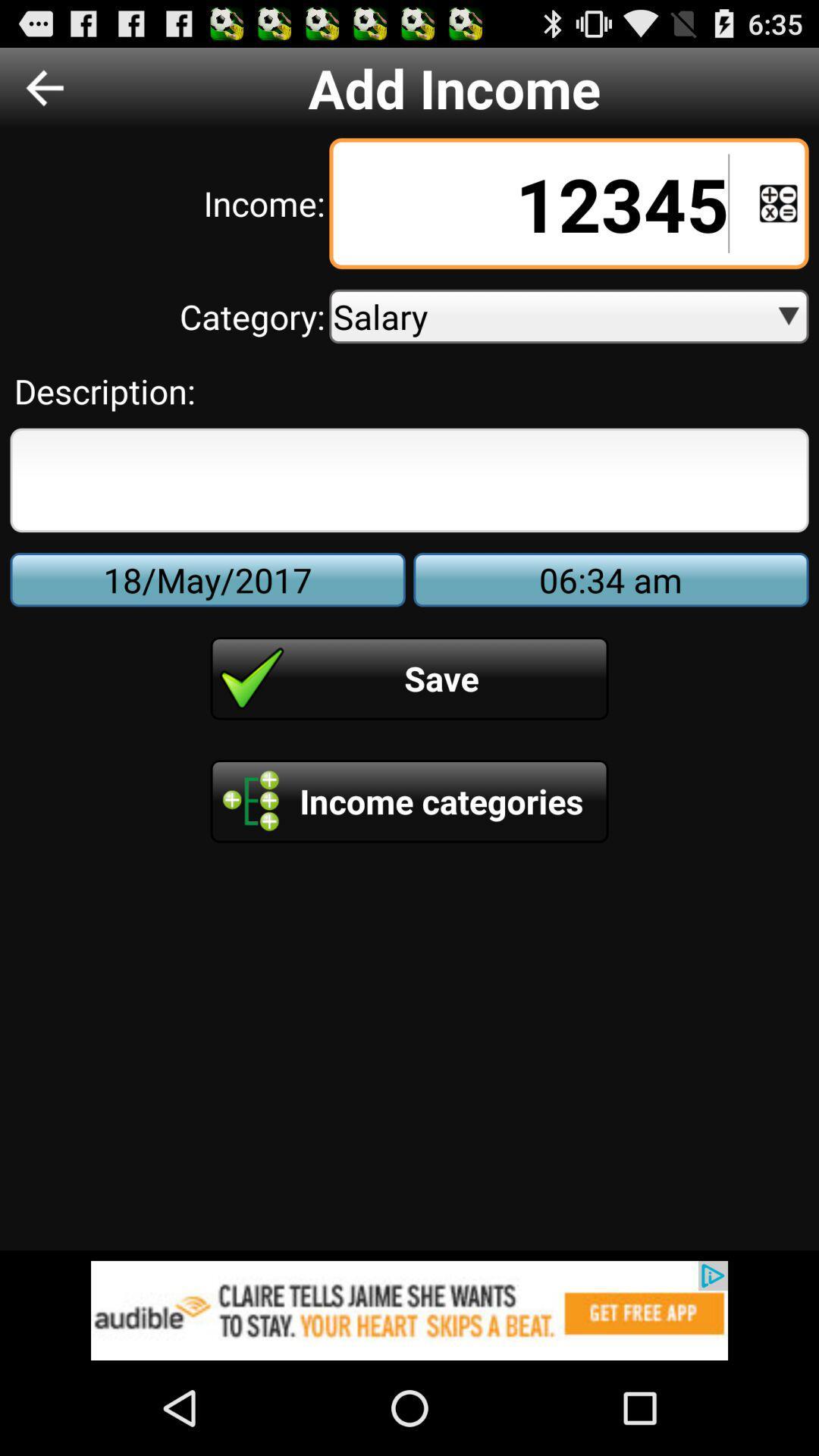 This screenshot has width=819, height=1456. Describe the element at coordinates (409, 479) in the screenshot. I see `field for text description` at that location.